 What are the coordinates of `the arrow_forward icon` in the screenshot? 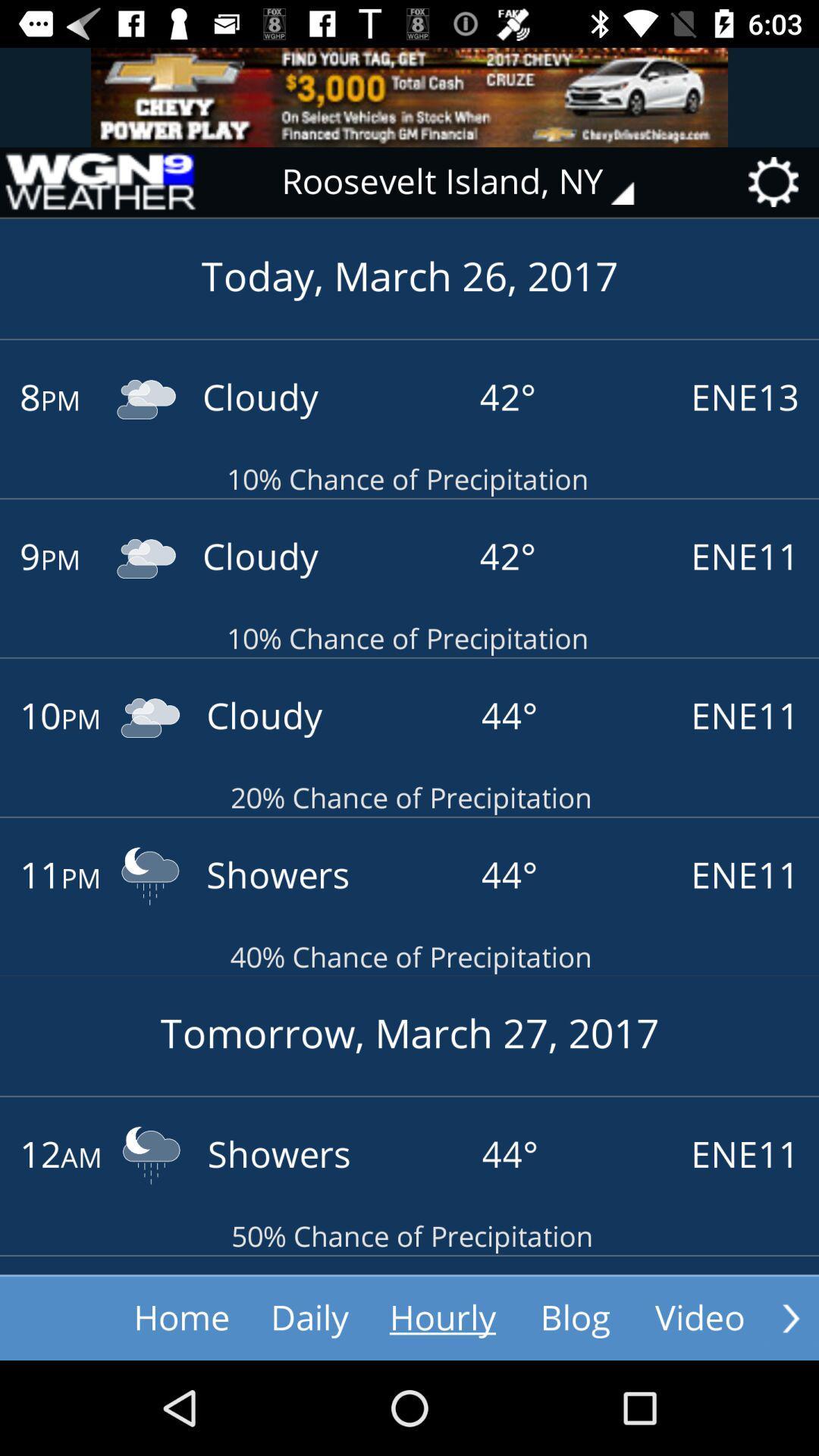 It's located at (790, 1317).